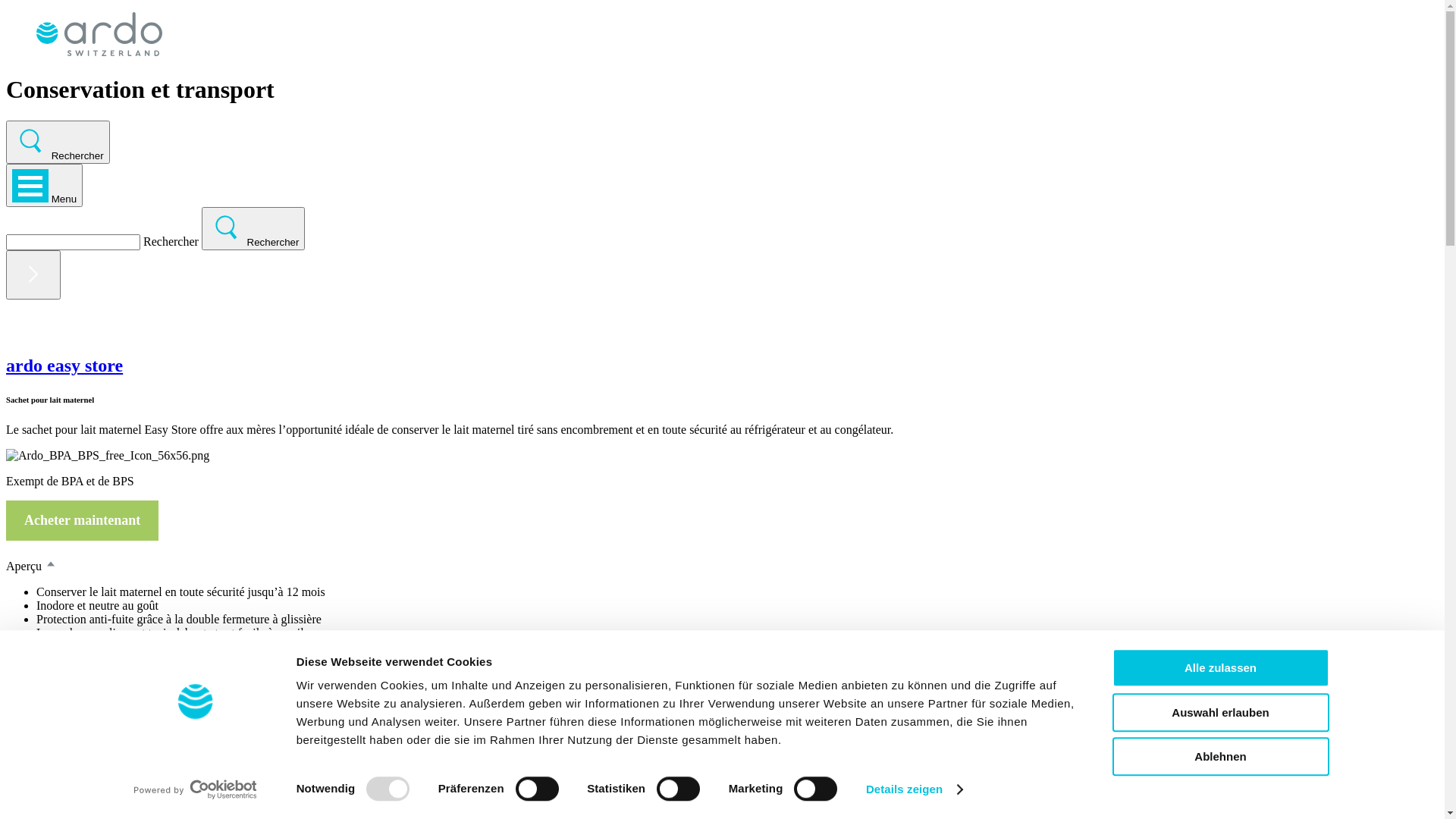  Describe the element at coordinates (6, 184) in the screenshot. I see `'Menu'` at that location.